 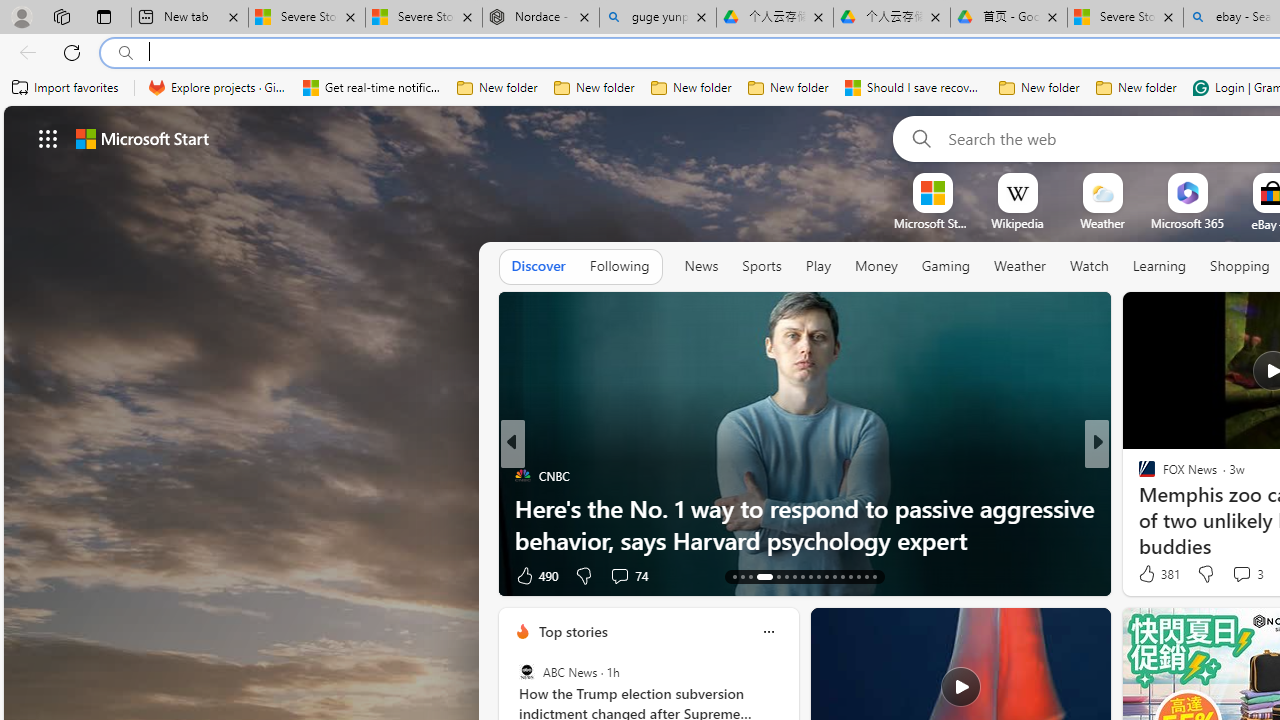 What do you see at coordinates (1240, 575) in the screenshot?
I see `'View comments 4 Comment'` at bounding box center [1240, 575].